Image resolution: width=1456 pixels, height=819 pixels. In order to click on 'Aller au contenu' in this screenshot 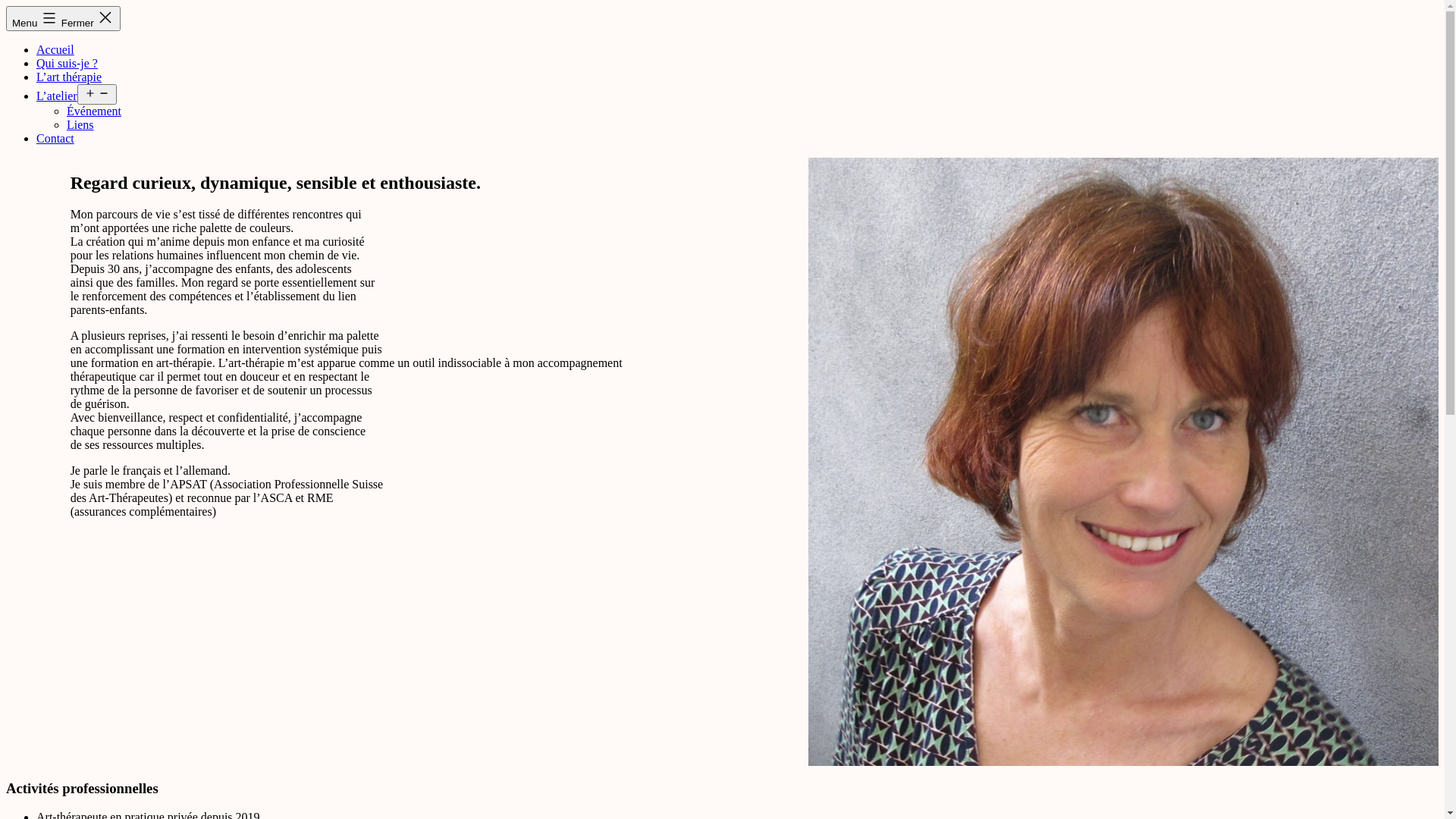, I will do `click(5, 5)`.